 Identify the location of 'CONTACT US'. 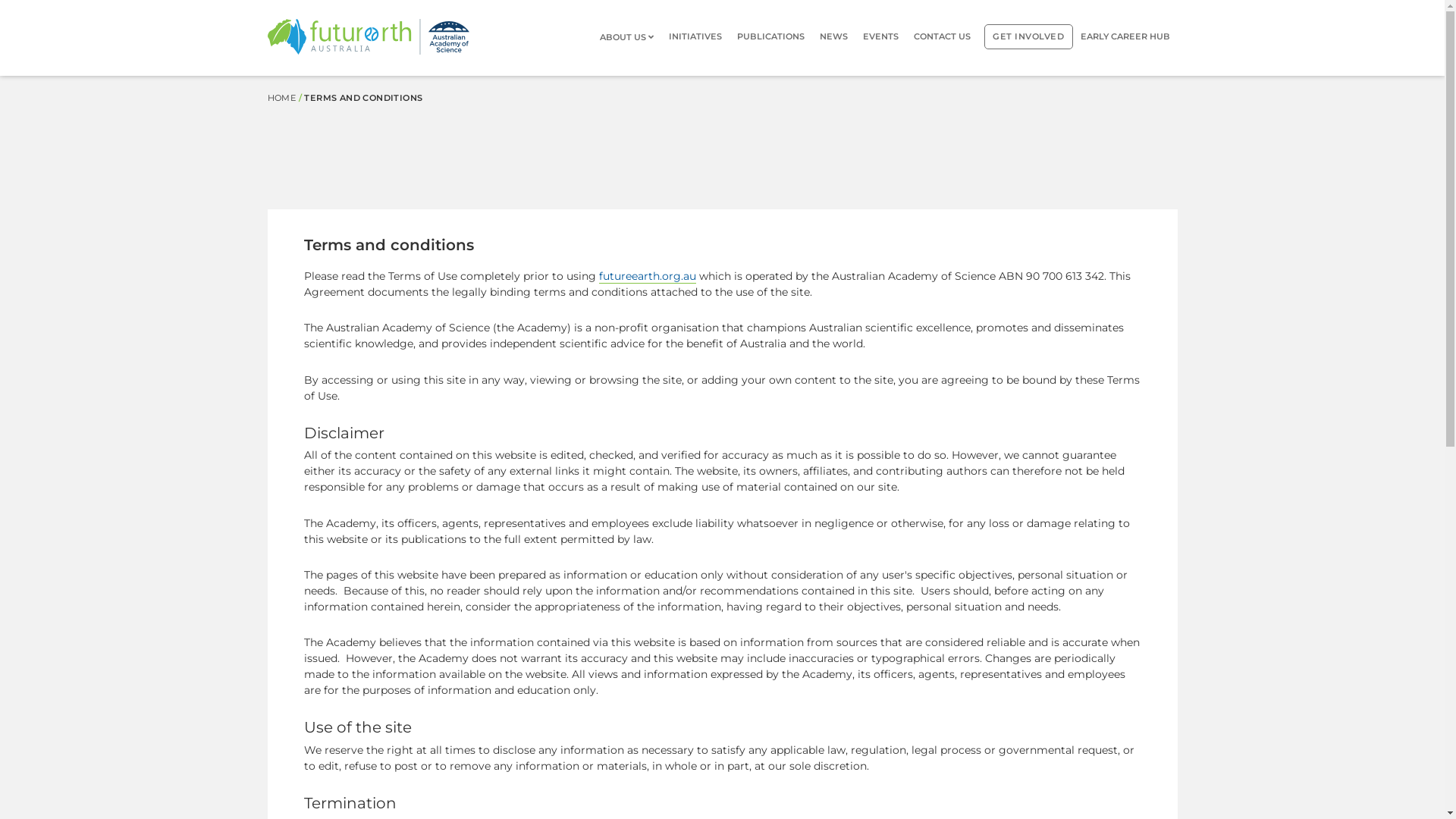
(941, 36).